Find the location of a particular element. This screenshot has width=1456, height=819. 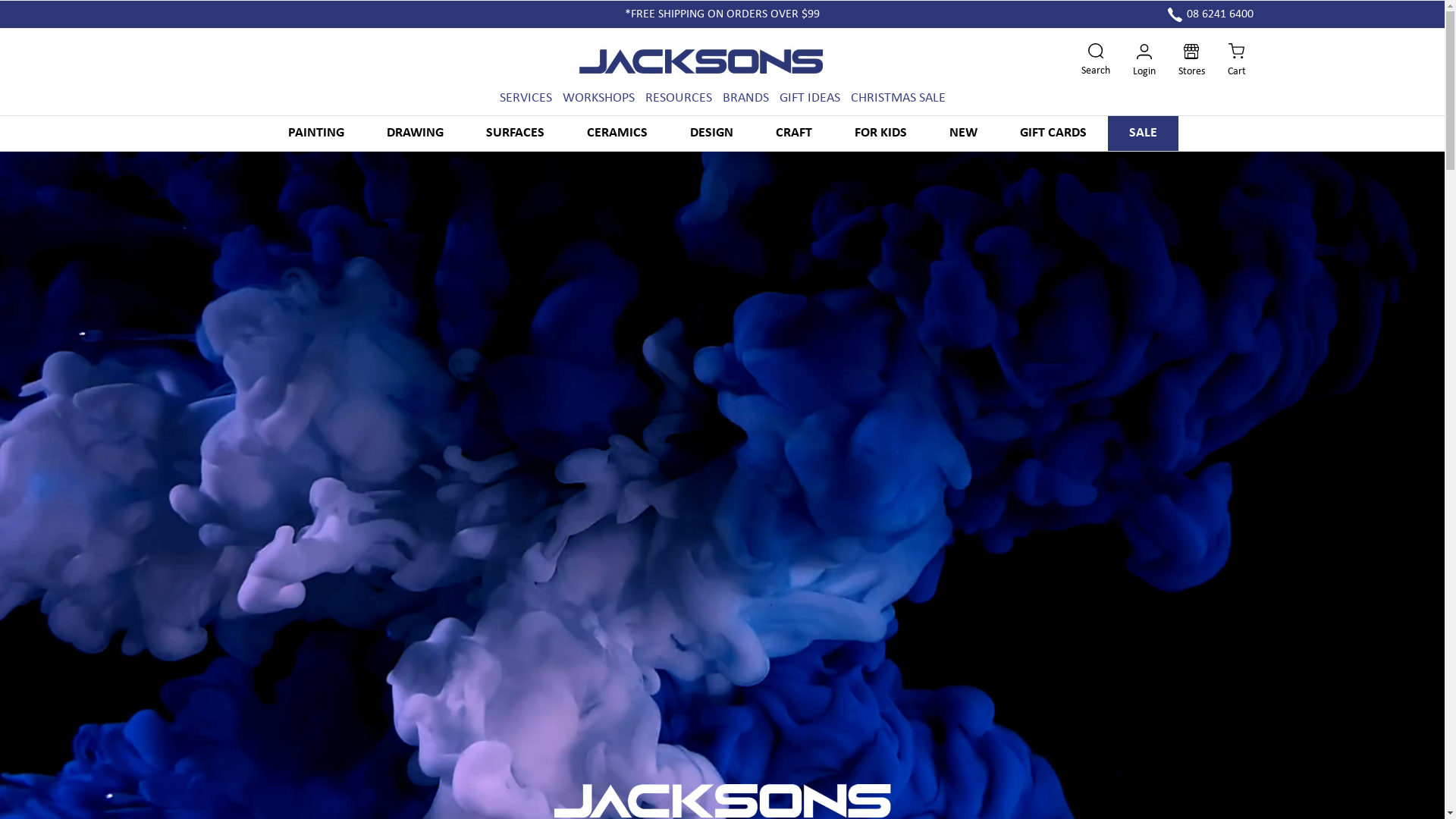

'*FREE SHIPPING ON ORDERS OVER $99' is located at coordinates (721, 14).